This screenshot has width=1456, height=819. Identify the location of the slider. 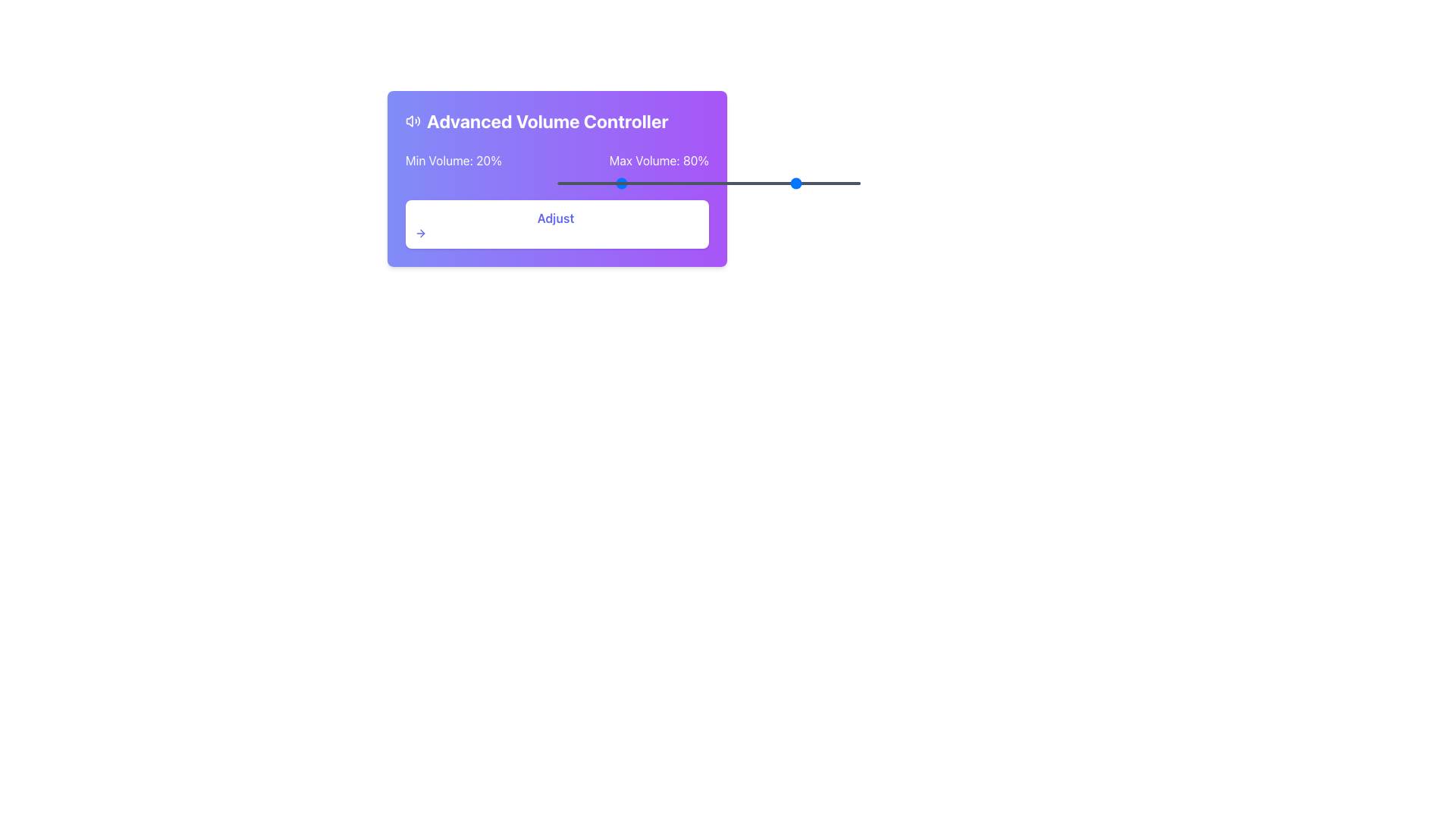
(730, 183).